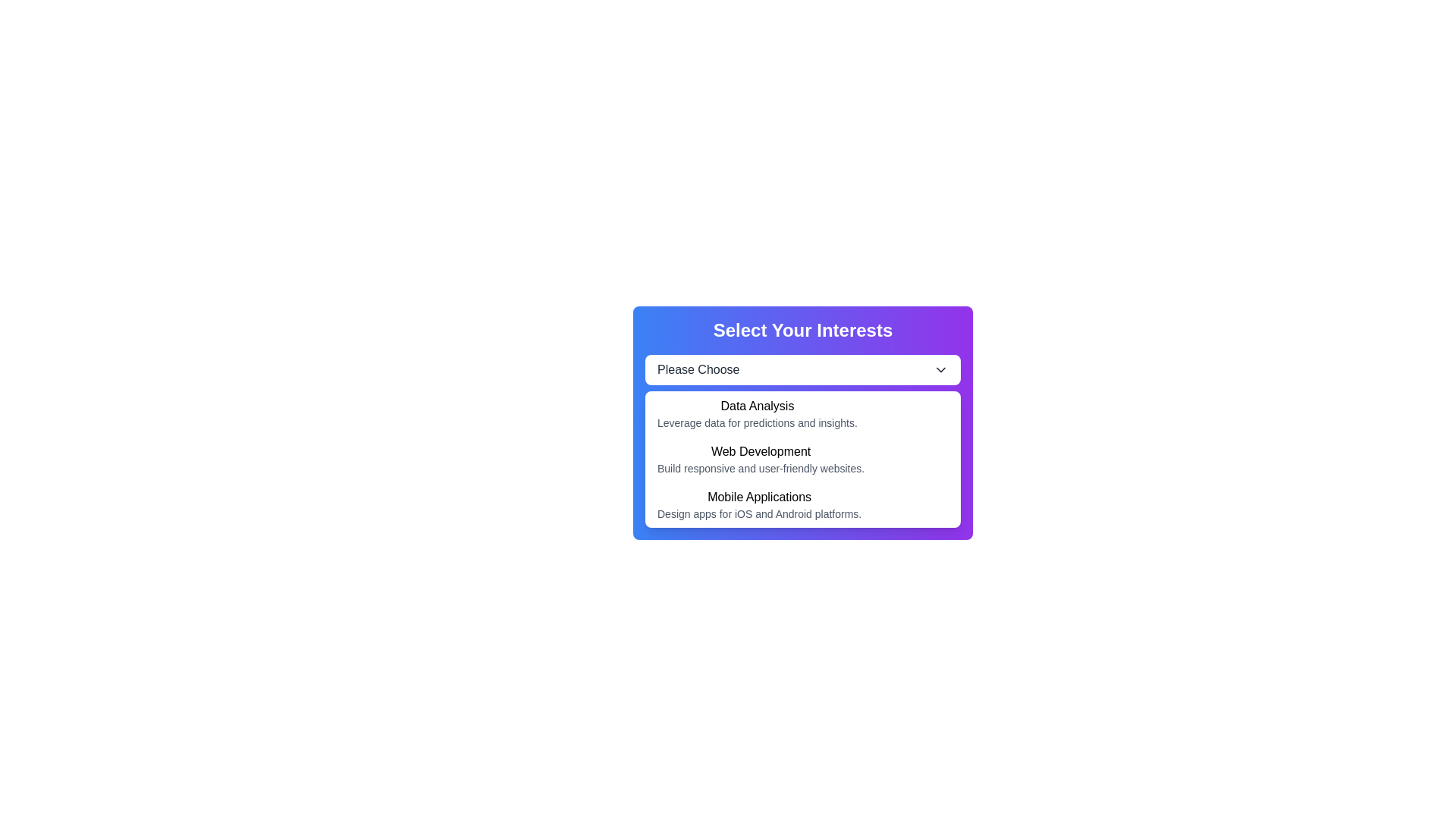 The image size is (1456, 819). What do you see at coordinates (802, 329) in the screenshot?
I see `the static title or heading text element located at the top of the card-like section, which indicates the purpose for users to select their interests` at bounding box center [802, 329].